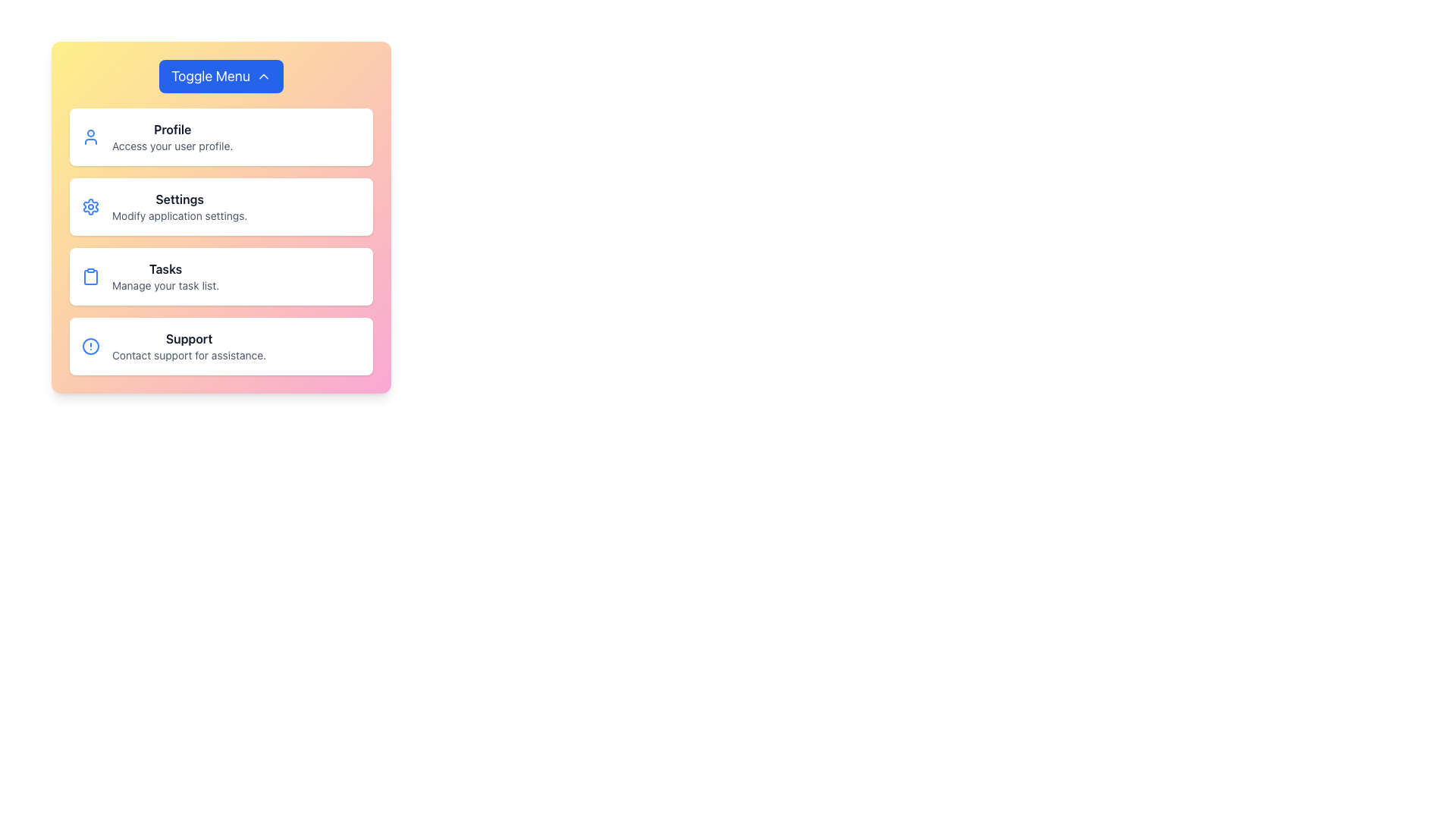 The image size is (1456, 819). I want to click on the 'Tasks' menu icon, which visually represents the clipboard and is the third menu item in the user interface, so click(90, 278).